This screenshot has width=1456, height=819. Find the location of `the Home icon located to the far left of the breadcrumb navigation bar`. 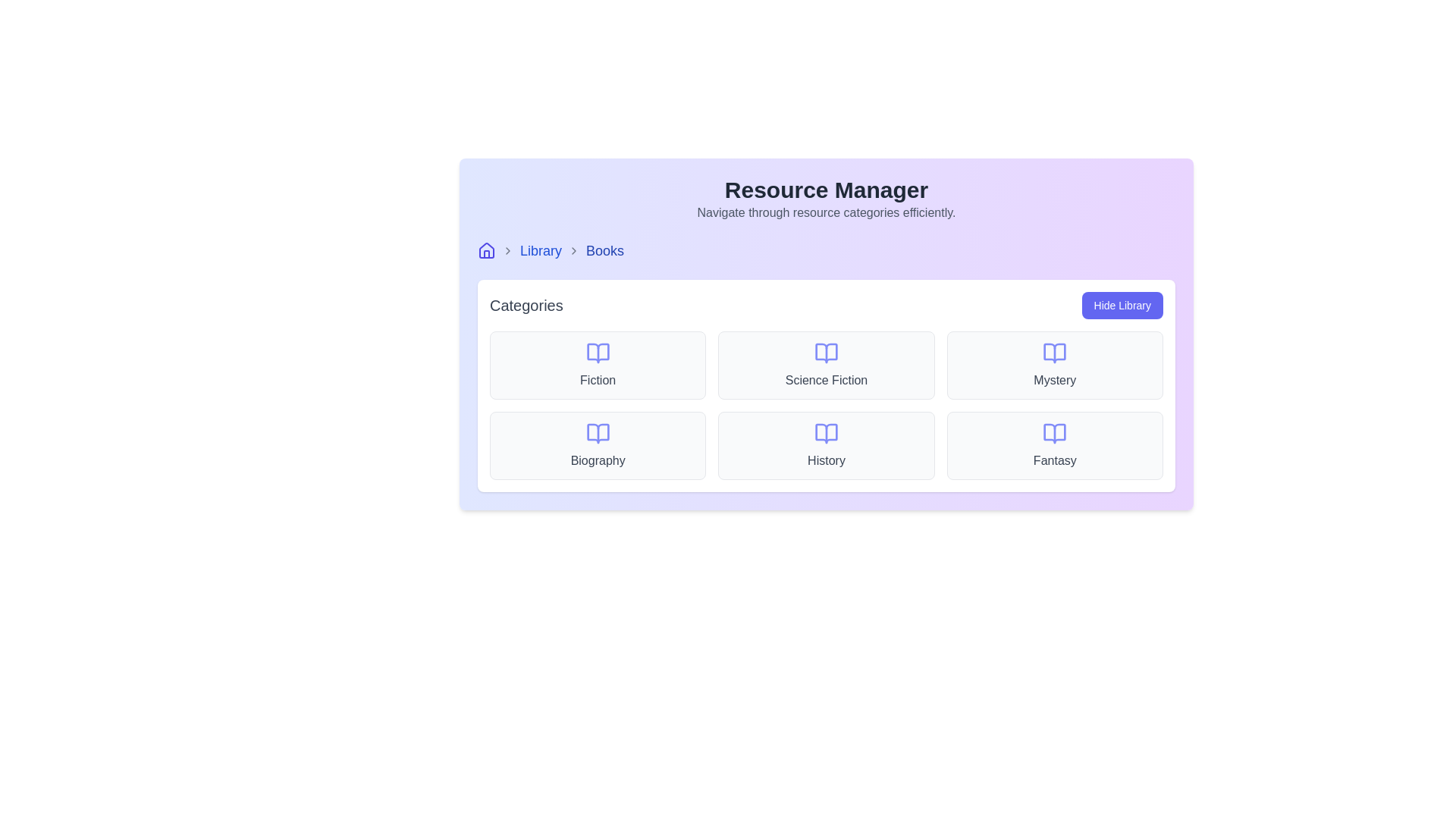

the Home icon located to the far left of the breadcrumb navigation bar is located at coordinates (487, 250).